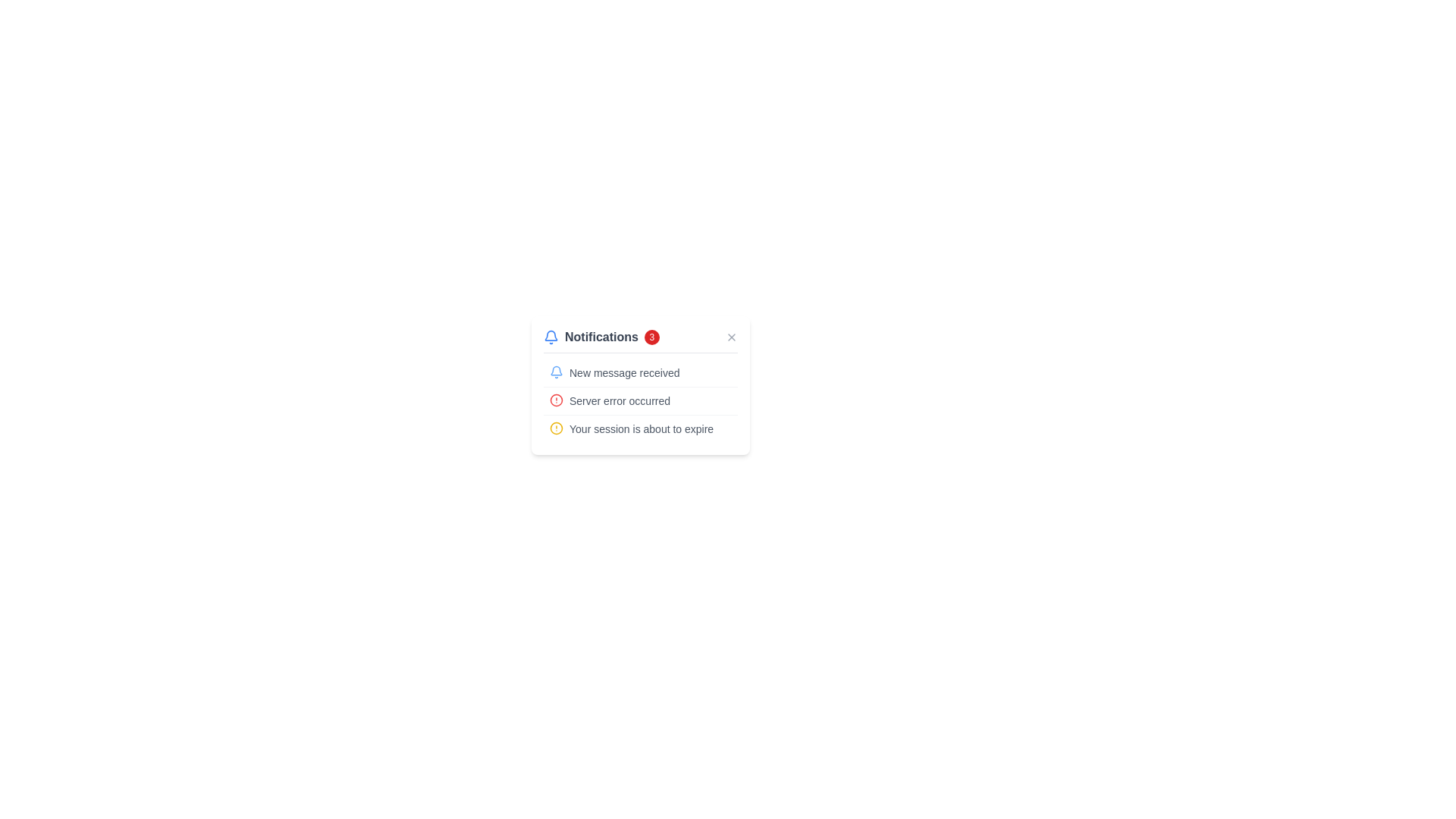  Describe the element at coordinates (640, 339) in the screenshot. I see `the bell icon in the notifications header section` at that location.